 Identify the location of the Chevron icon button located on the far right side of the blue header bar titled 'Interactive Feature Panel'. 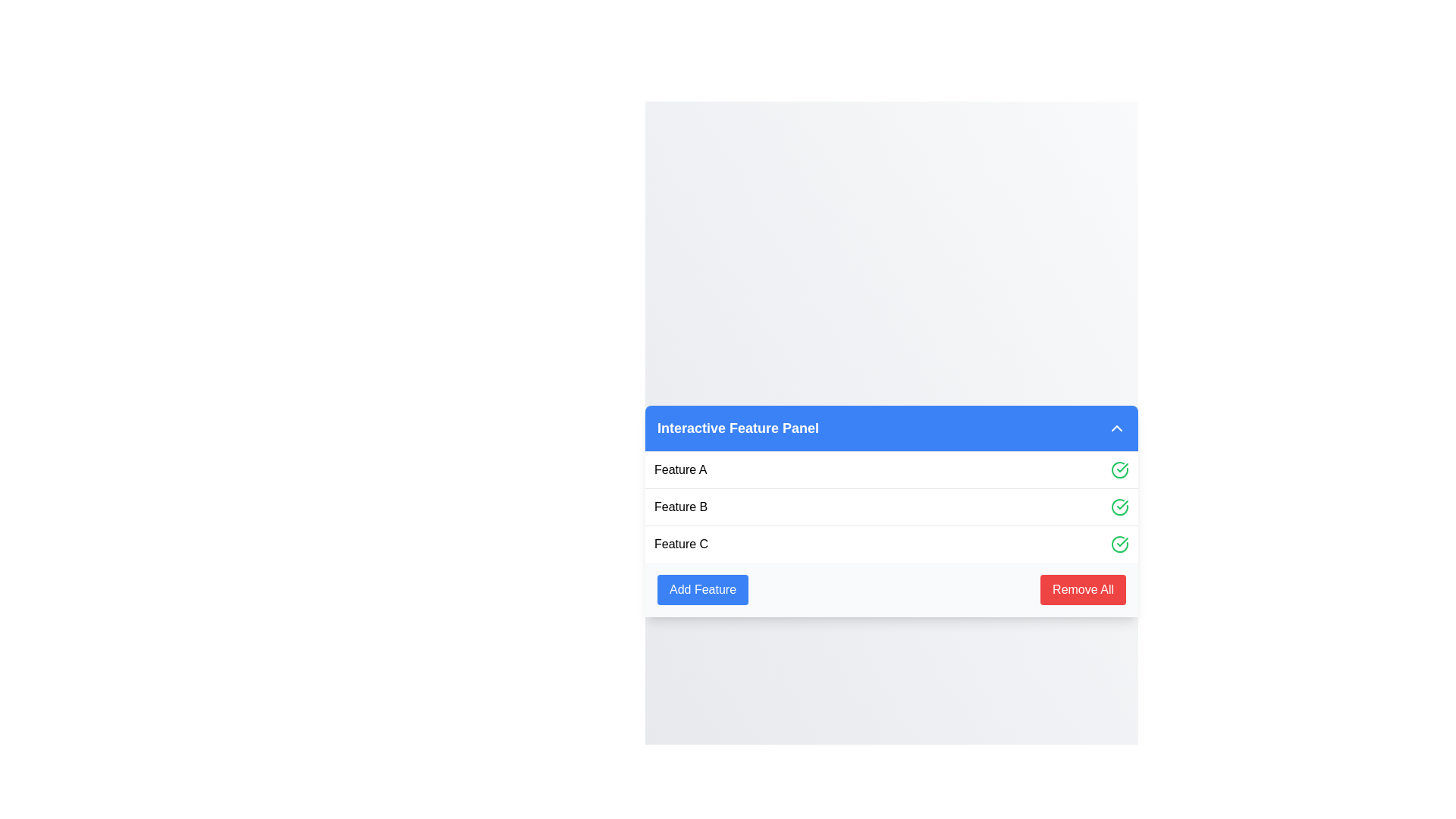
(1117, 428).